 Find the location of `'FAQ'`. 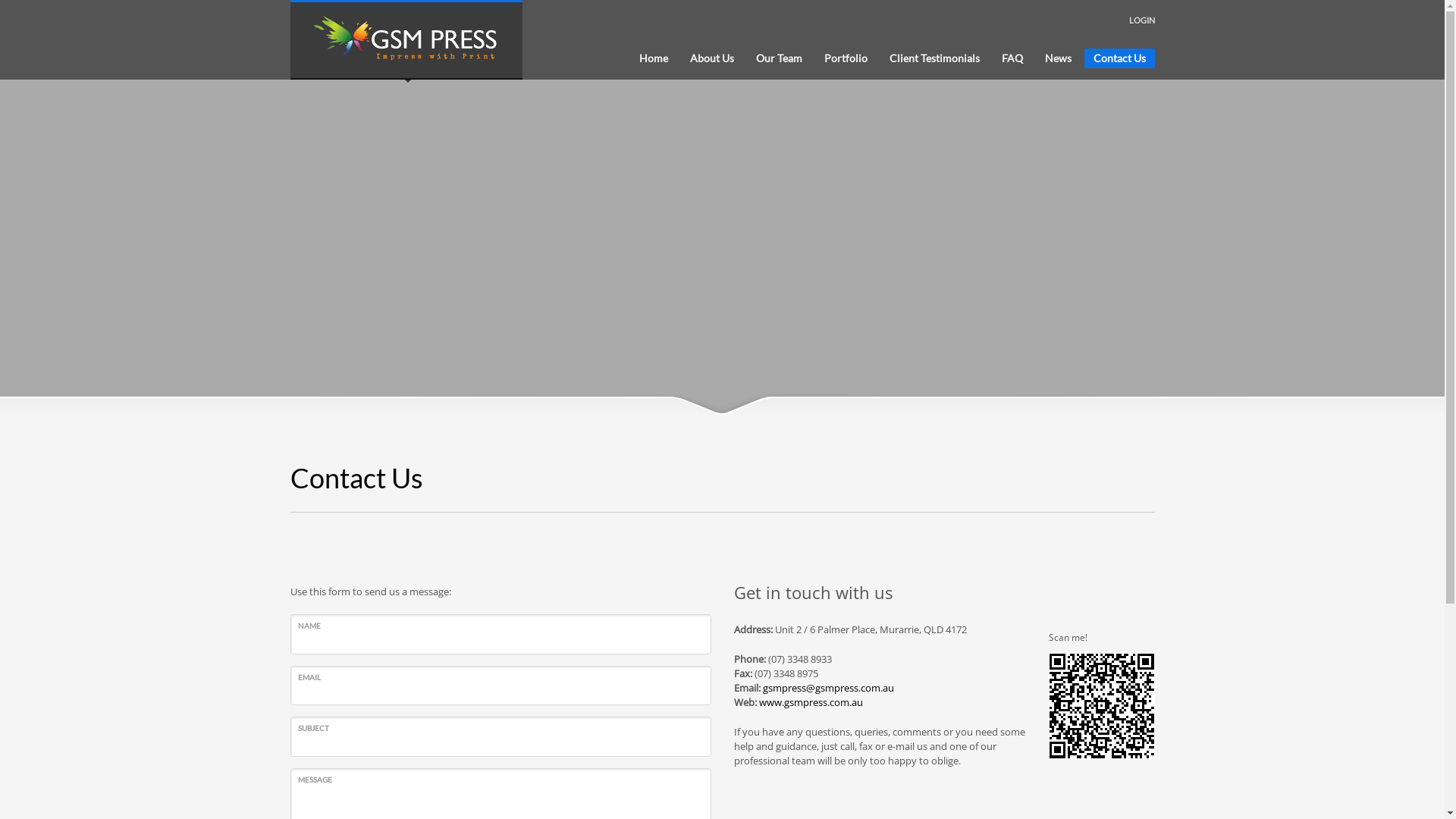

'FAQ' is located at coordinates (1012, 58).